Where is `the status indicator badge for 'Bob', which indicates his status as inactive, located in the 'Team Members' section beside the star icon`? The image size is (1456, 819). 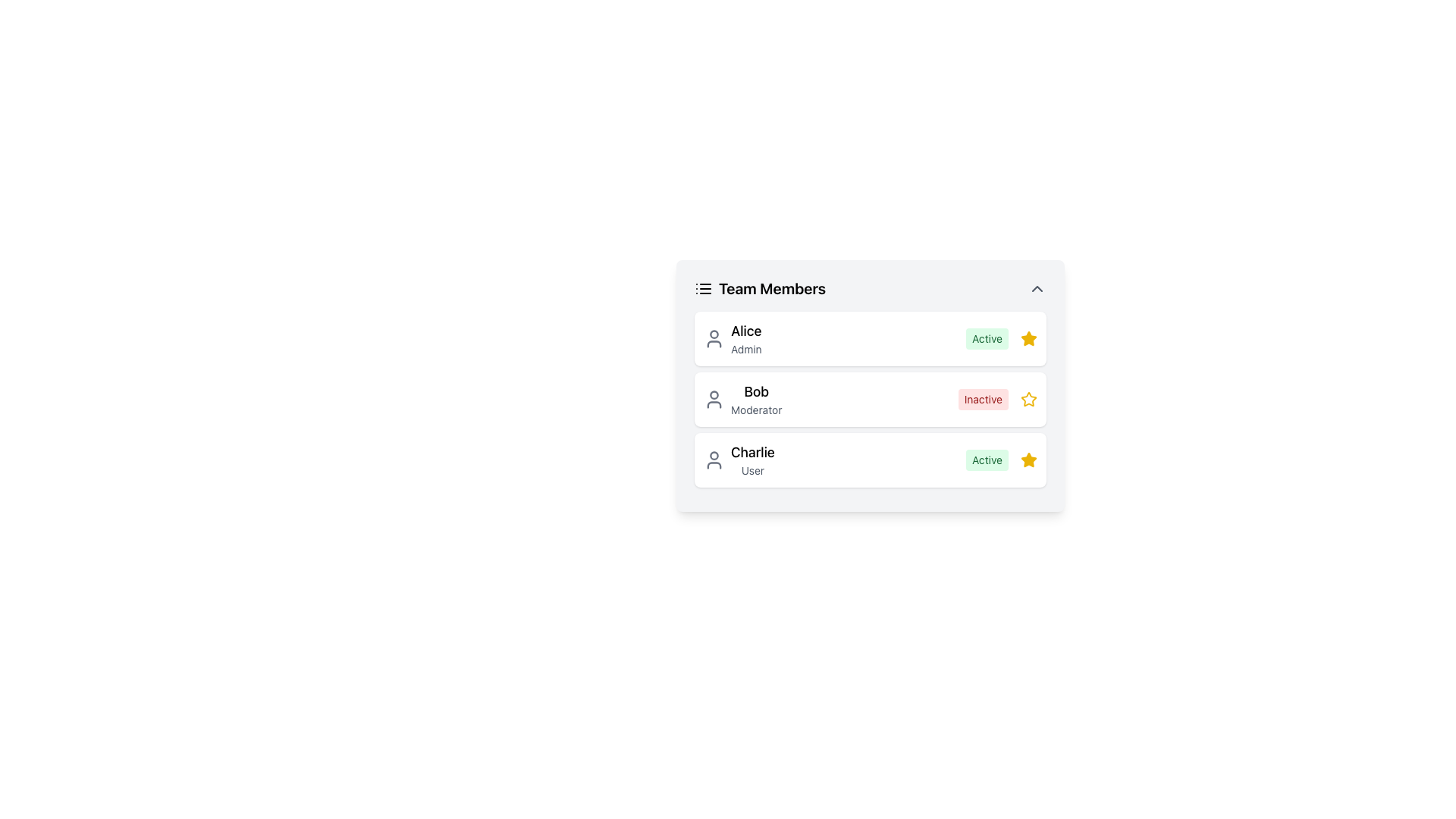 the status indicator badge for 'Bob', which indicates his status as inactive, located in the 'Team Members' section beside the star icon is located at coordinates (983, 399).